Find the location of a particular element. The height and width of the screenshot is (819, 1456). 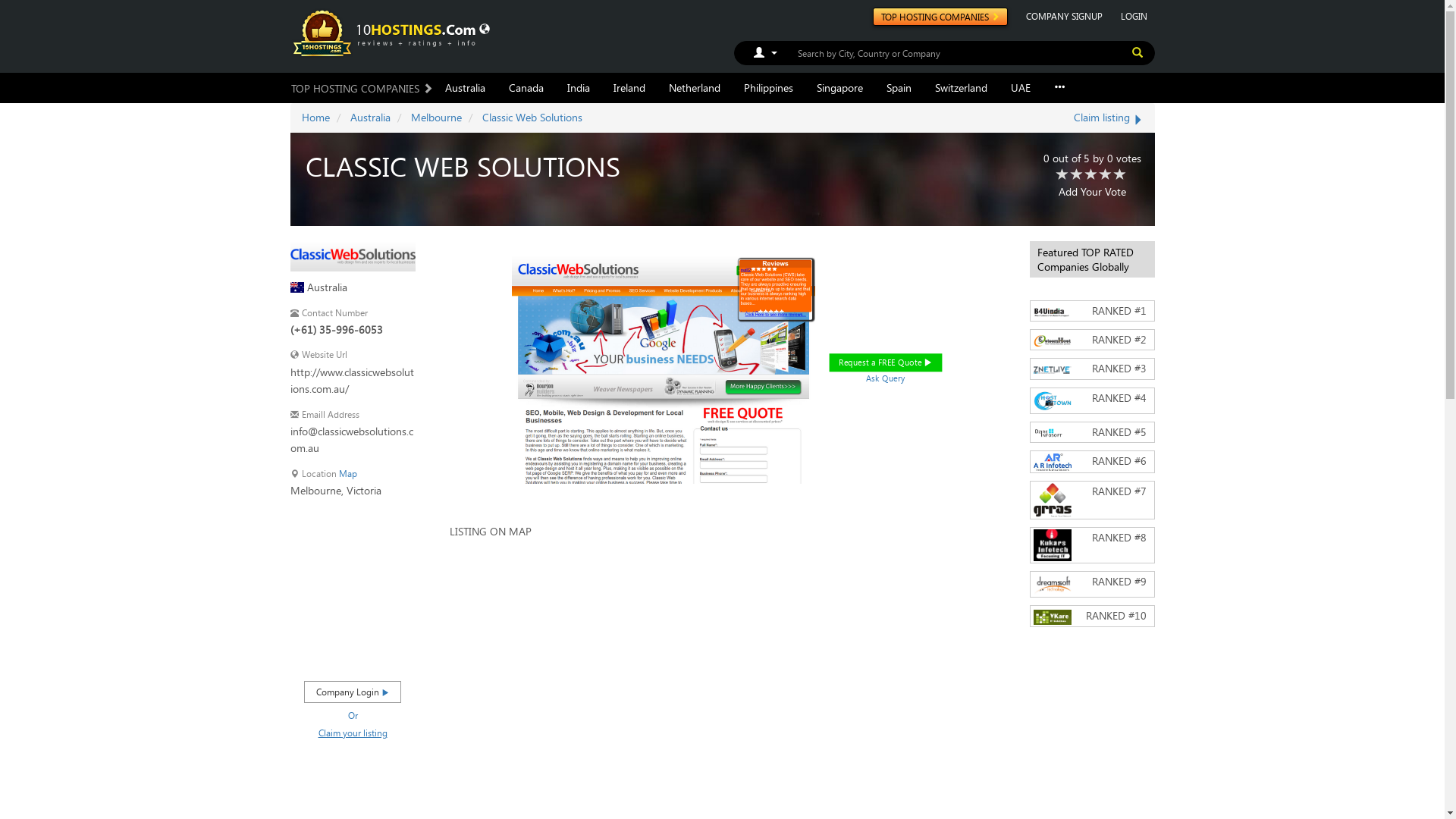

'Ask Query' is located at coordinates (890, 378).